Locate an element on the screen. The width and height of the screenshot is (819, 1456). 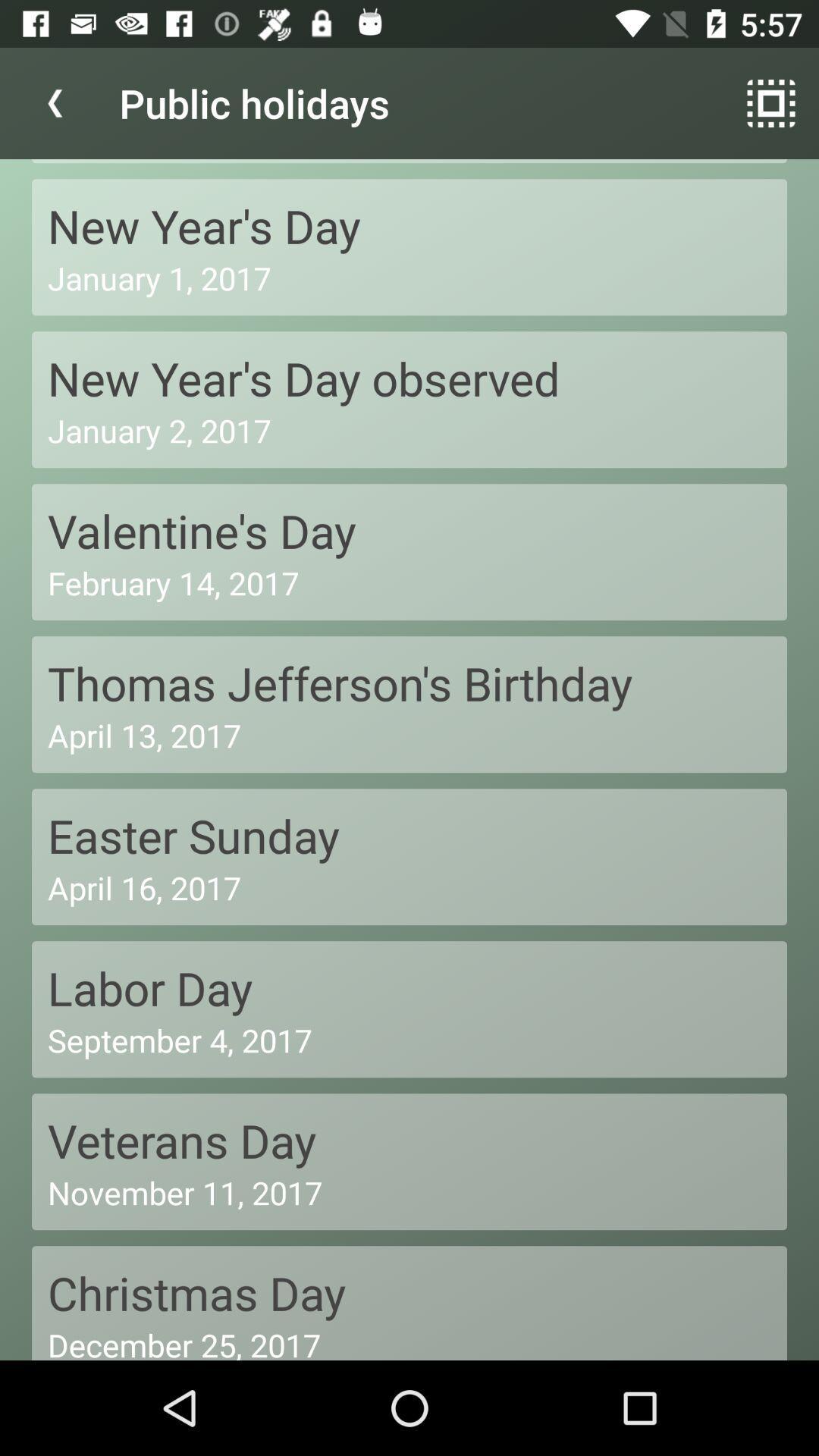
the september 4, 2017 item is located at coordinates (409, 1039).